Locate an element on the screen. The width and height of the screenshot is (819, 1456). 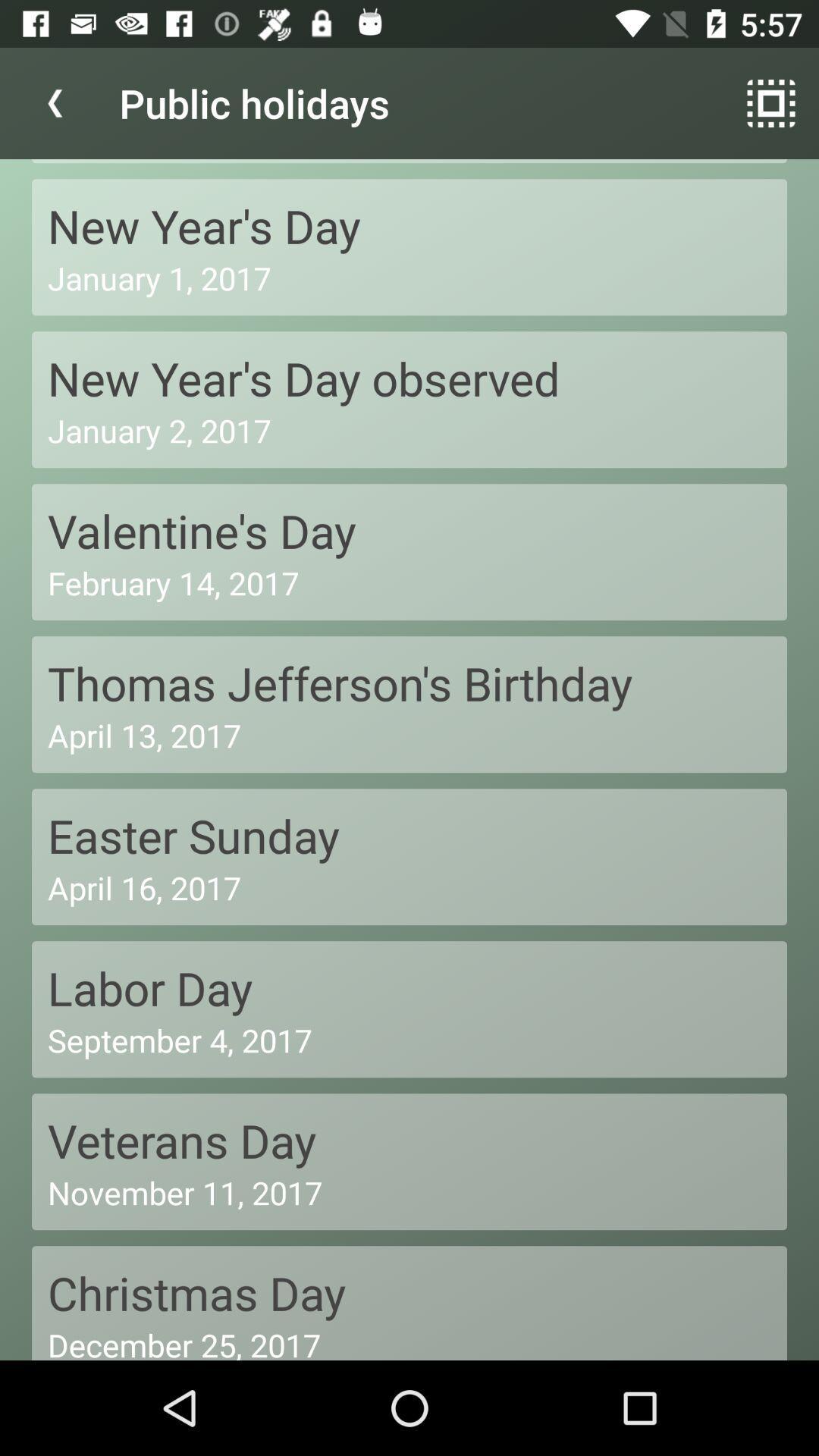
the september 4, 2017 item is located at coordinates (409, 1039).